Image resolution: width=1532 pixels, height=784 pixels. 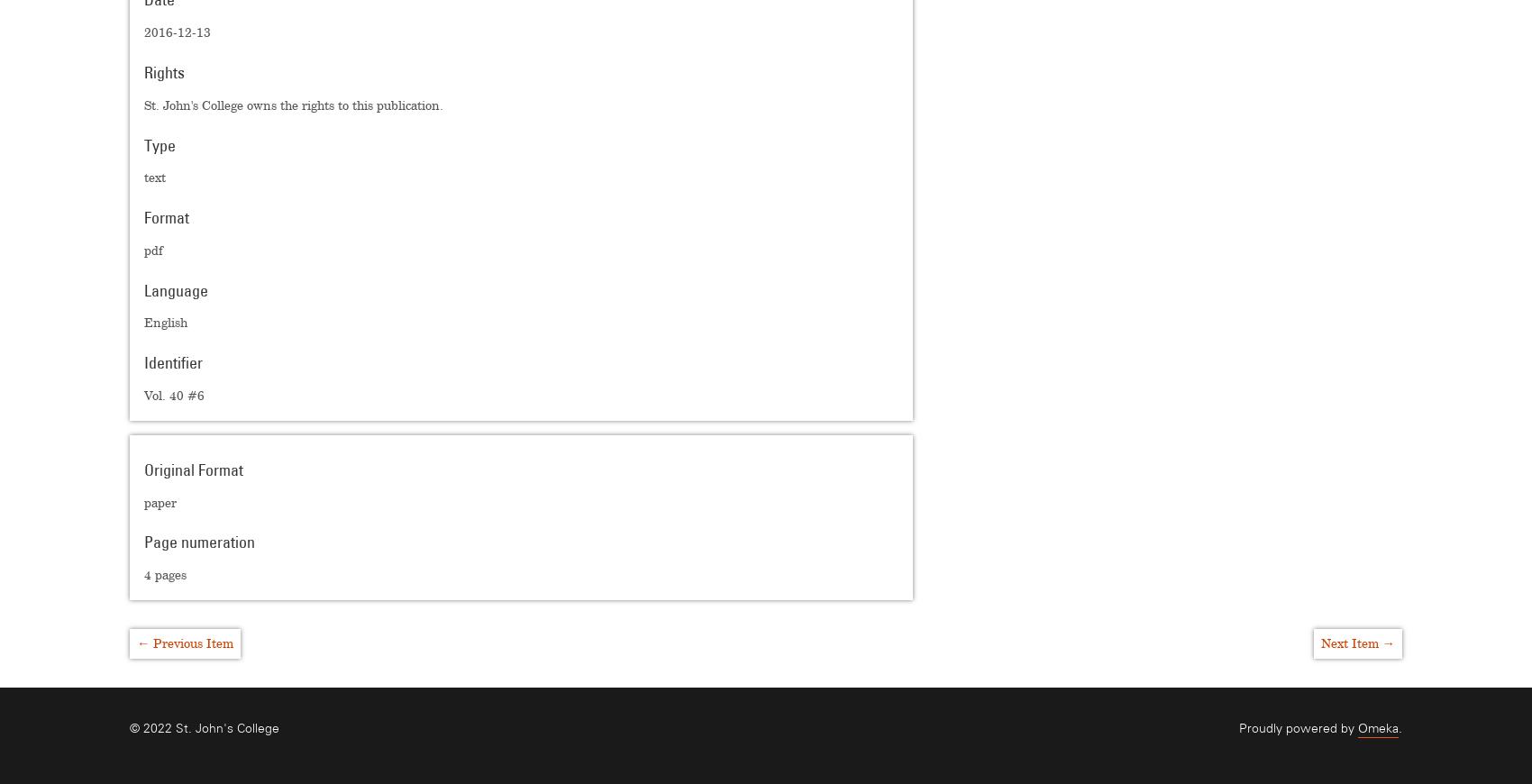 What do you see at coordinates (142, 395) in the screenshot?
I see `'Vol. 40 #6'` at bounding box center [142, 395].